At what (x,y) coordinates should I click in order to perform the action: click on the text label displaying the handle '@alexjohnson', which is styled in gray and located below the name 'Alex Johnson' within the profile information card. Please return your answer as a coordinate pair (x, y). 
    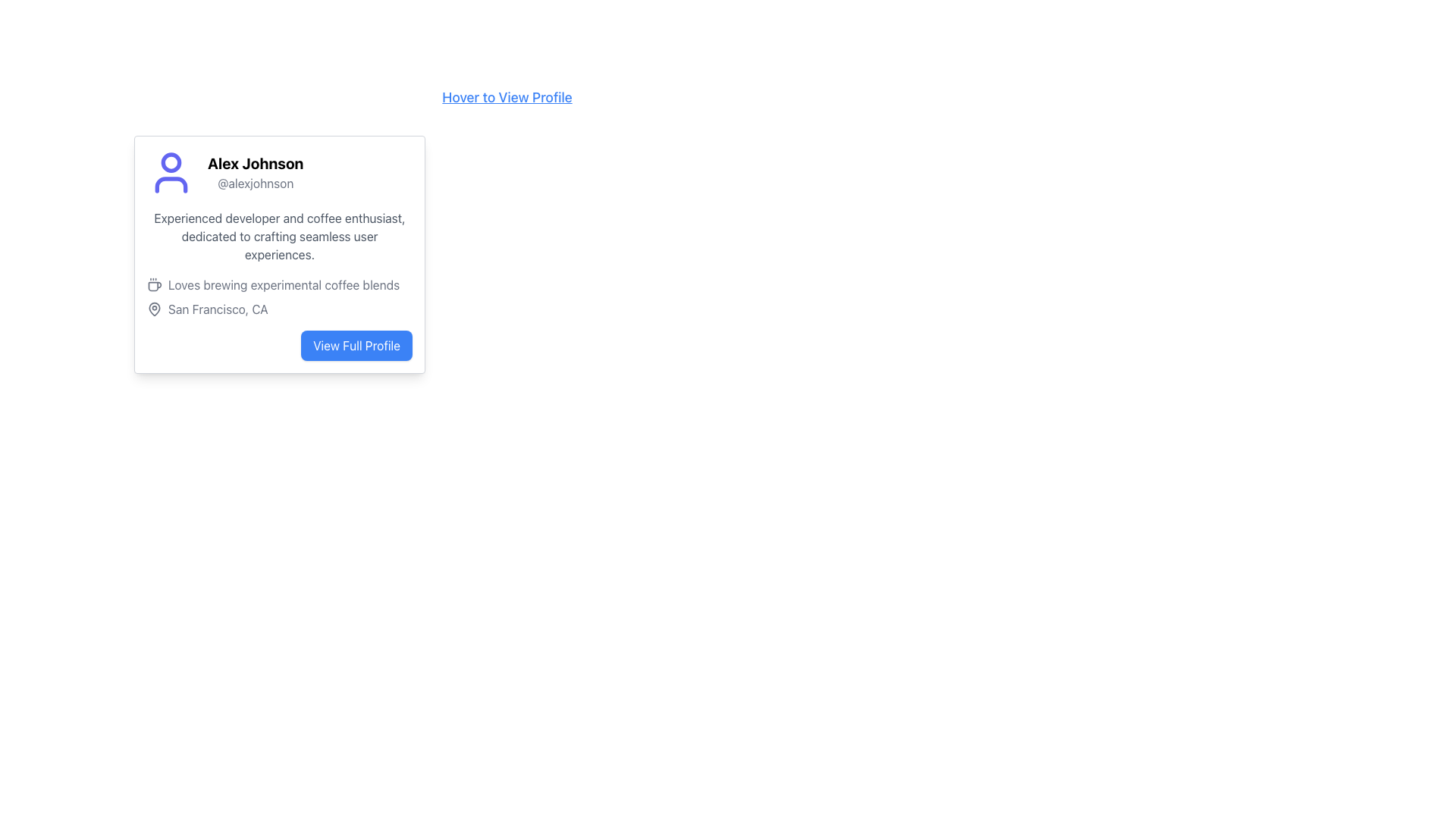
    Looking at the image, I should click on (256, 183).